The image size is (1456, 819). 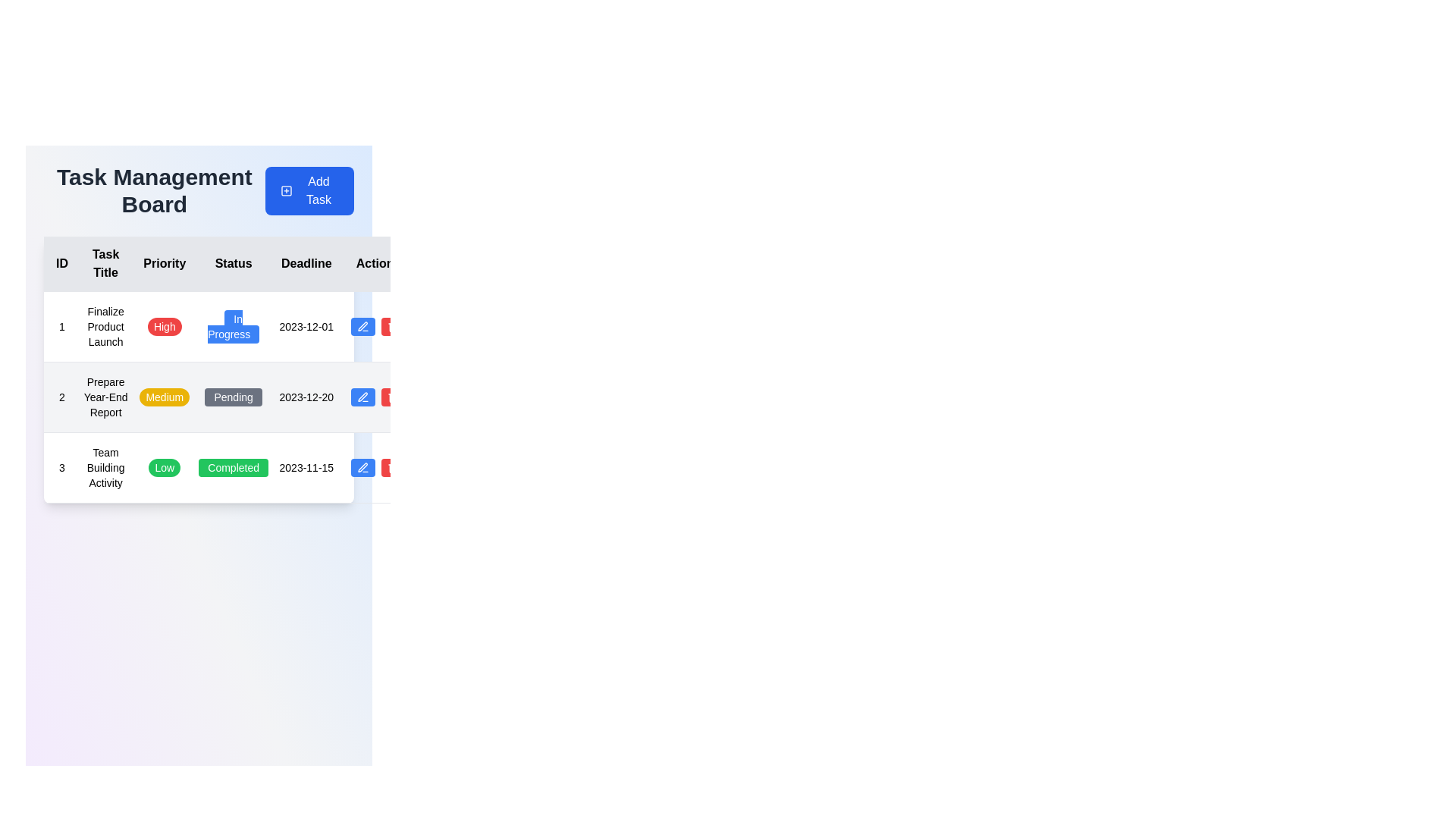 What do you see at coordinates (105, 467) in the screenshot?
I see `the table cell containing the text 'Team Building Activity' in the third row under the 'Task Title' column` at bounding box center [105, 467].